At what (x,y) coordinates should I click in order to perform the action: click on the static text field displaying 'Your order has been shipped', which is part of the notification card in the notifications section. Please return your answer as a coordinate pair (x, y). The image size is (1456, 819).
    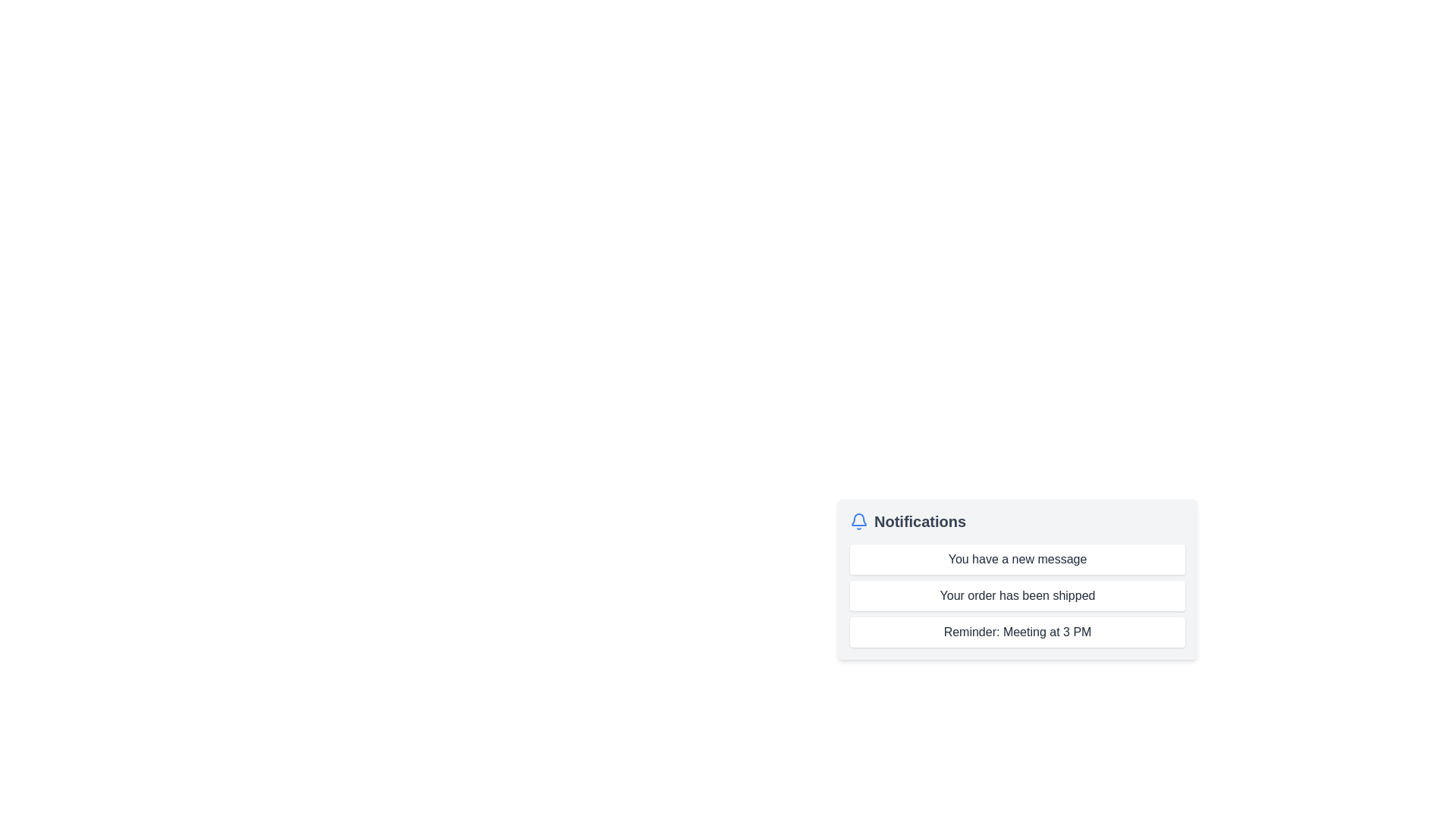
    Looking at the image, I should click on (1018, 595).